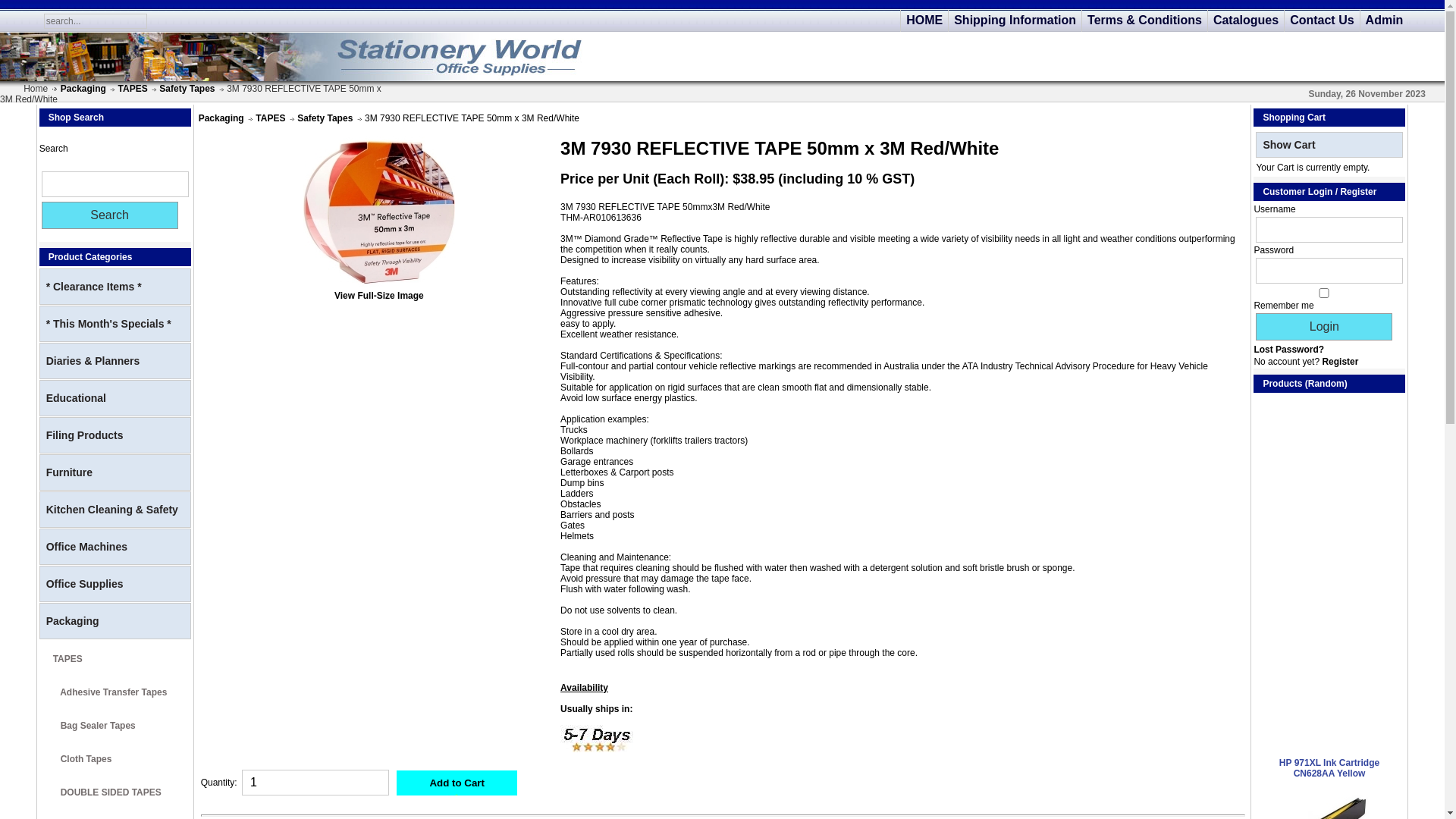  Describe the element at coordinates (108, 215) in the screenshot. I see `'Search'` at that location.